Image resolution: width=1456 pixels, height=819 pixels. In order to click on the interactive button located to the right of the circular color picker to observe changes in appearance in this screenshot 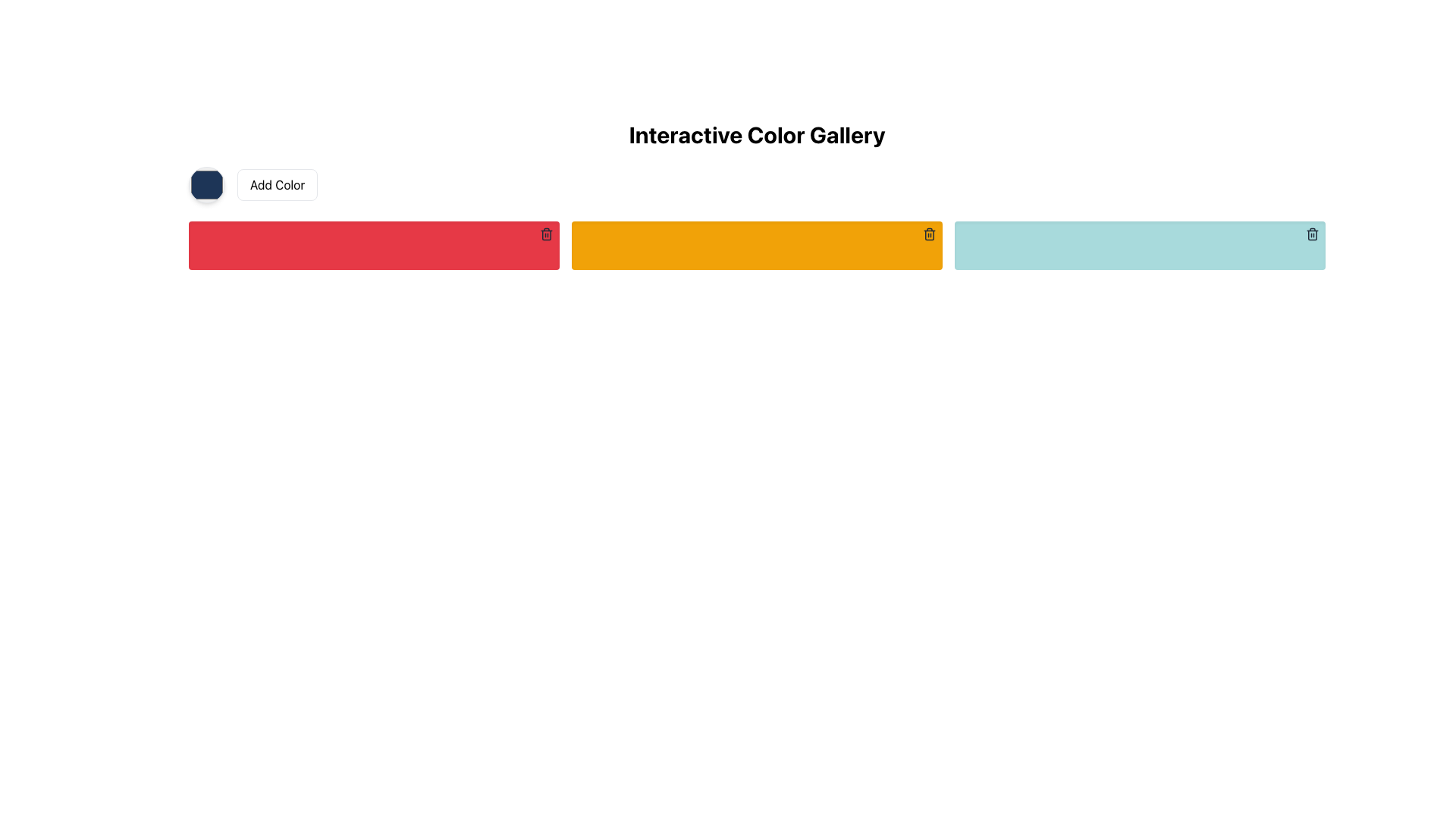, I will do `click(278, 184)`.